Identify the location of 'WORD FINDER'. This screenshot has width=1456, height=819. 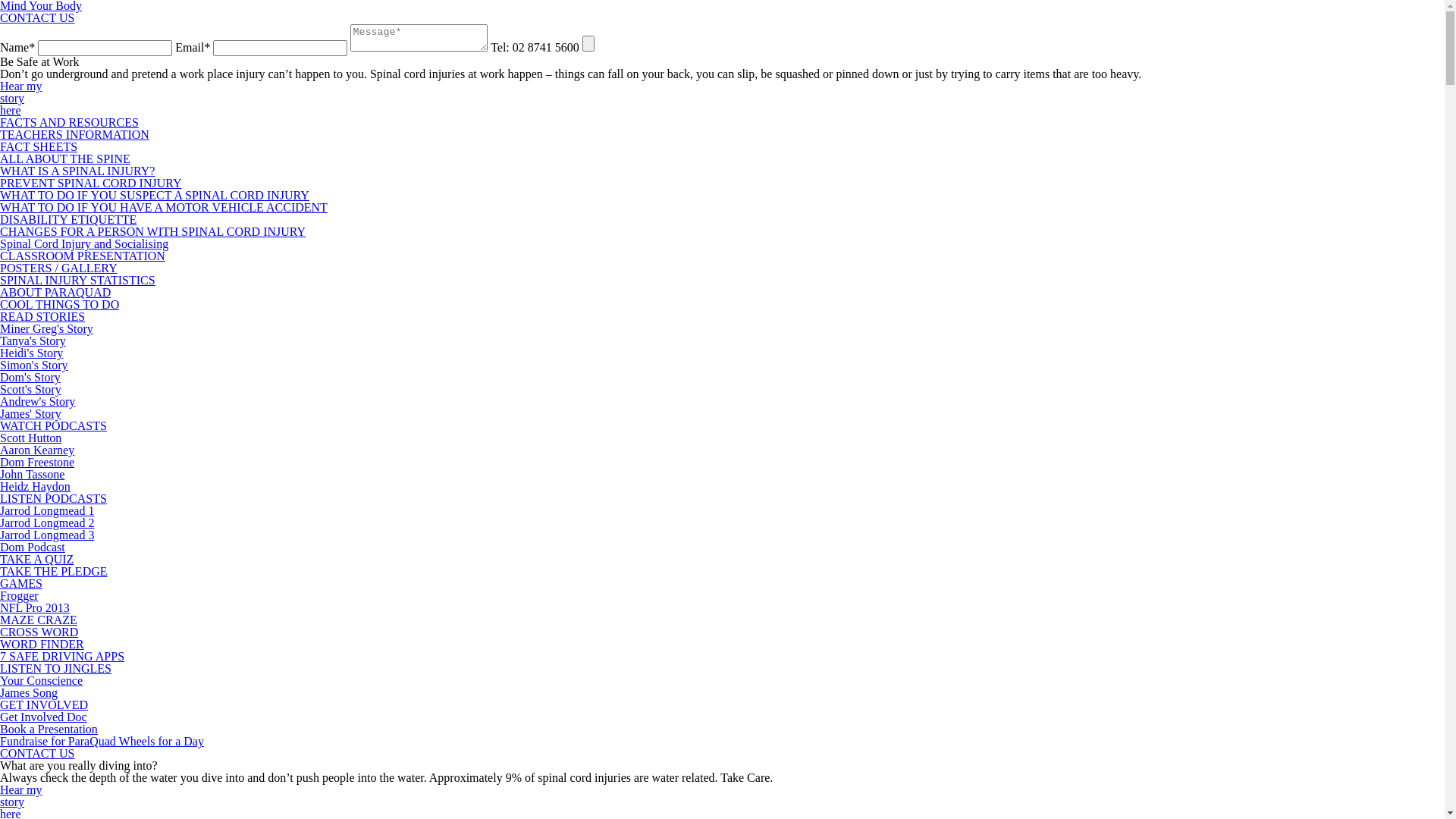
(42, 644).